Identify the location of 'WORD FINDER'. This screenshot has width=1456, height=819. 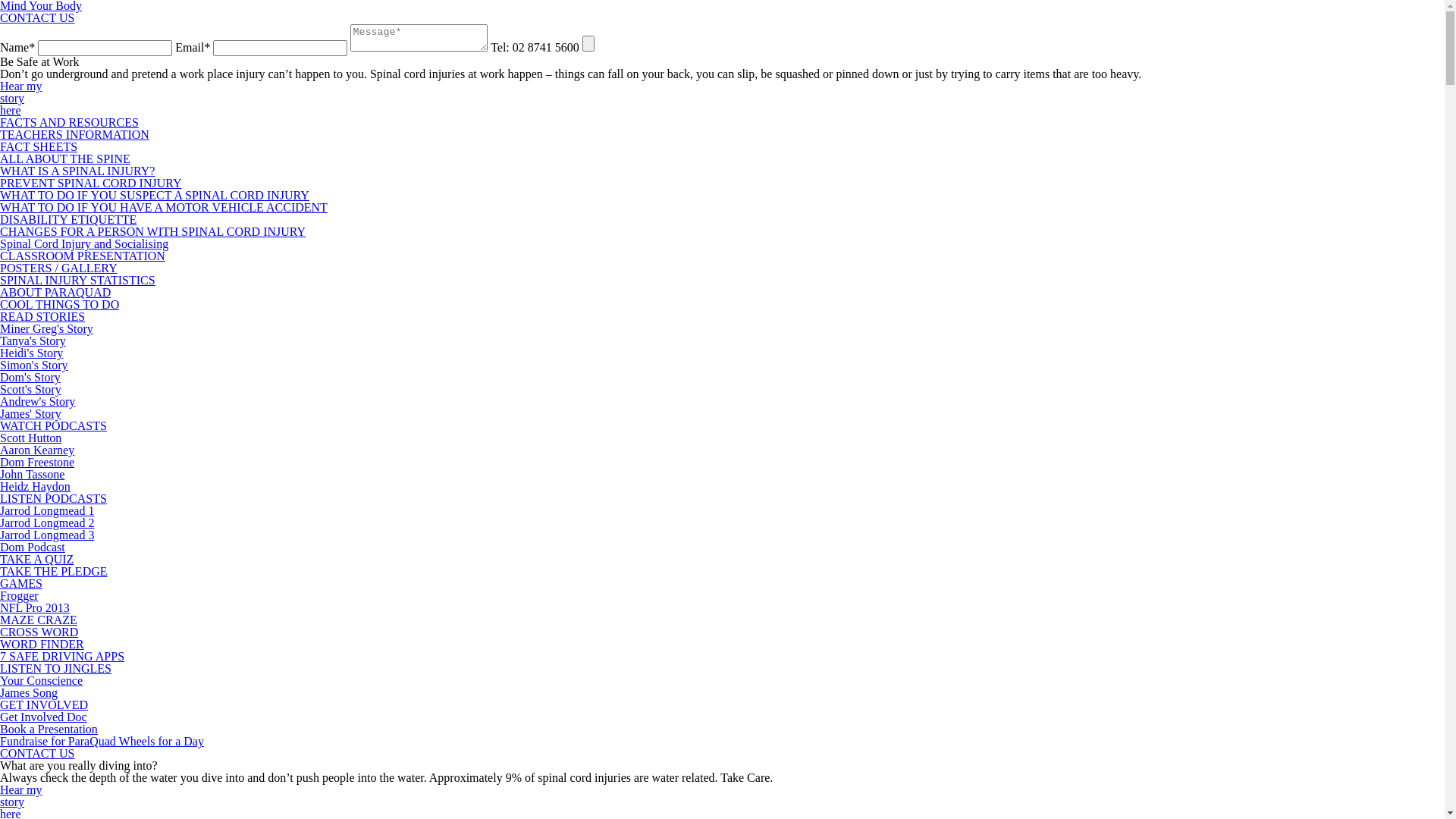
(42, 644).